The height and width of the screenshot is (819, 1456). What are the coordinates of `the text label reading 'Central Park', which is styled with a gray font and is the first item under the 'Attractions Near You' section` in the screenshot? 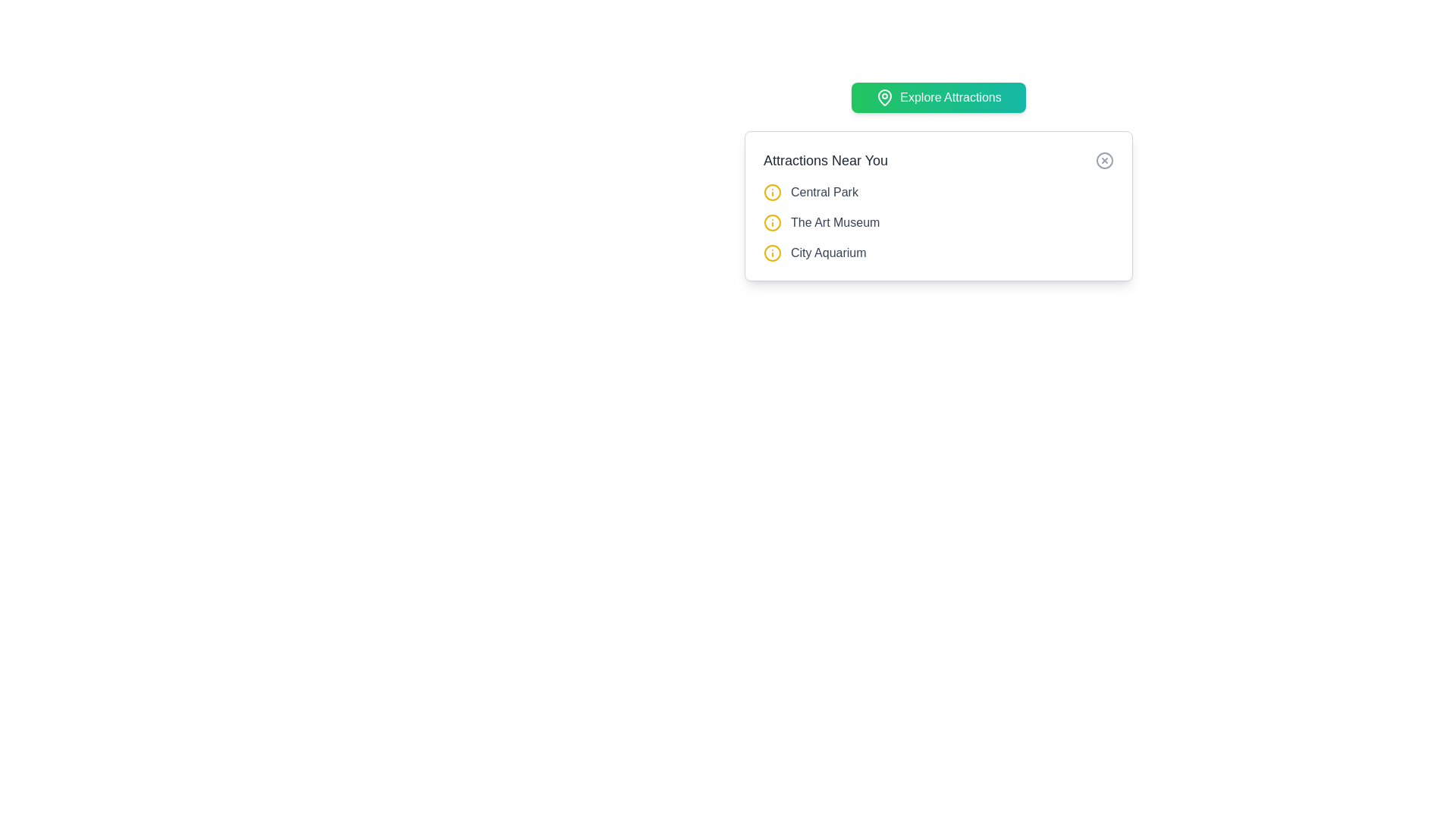 It's located at (824, 192).